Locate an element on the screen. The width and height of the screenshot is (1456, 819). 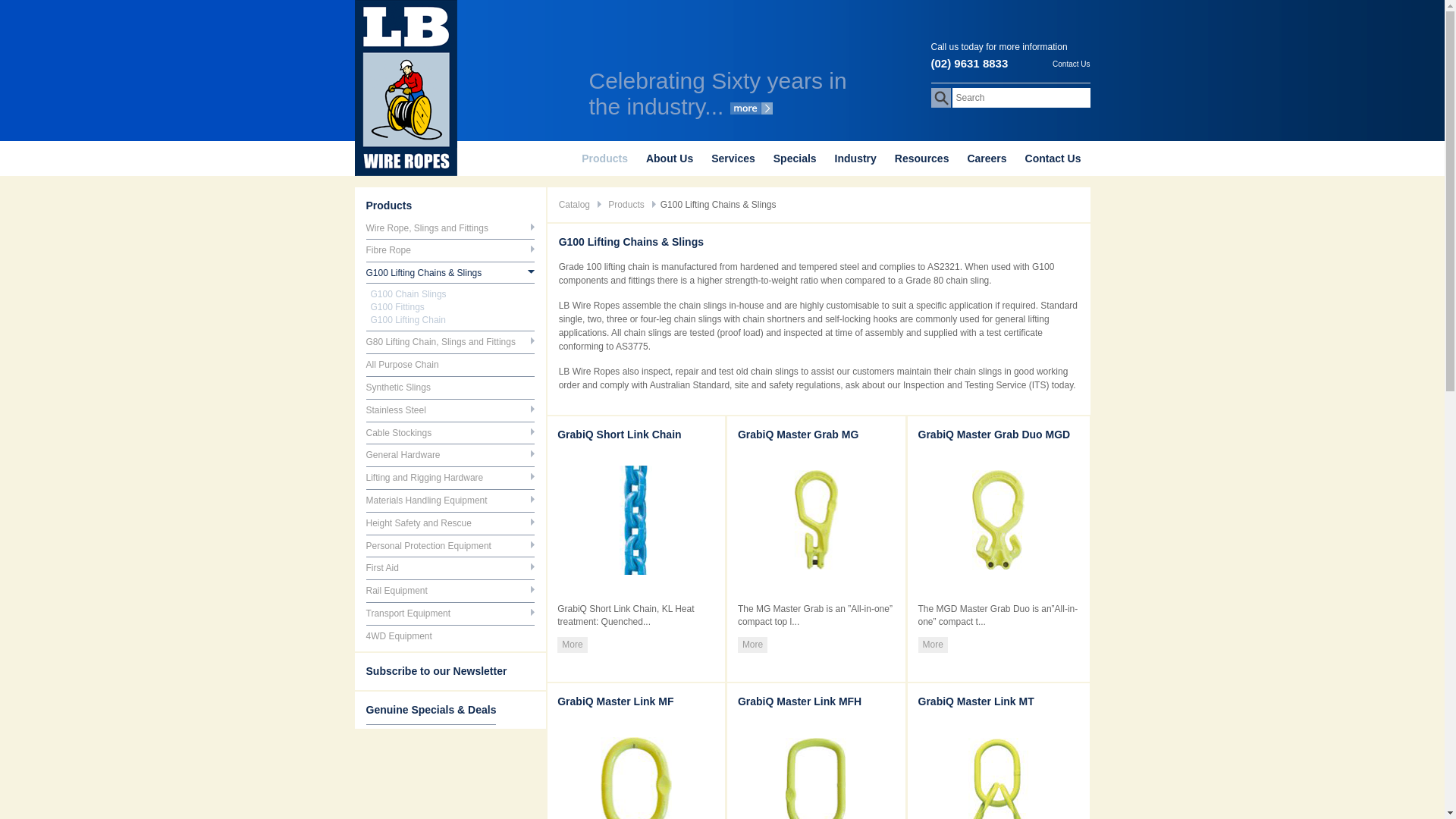
'Careers' is located at coordinates (986, 158).